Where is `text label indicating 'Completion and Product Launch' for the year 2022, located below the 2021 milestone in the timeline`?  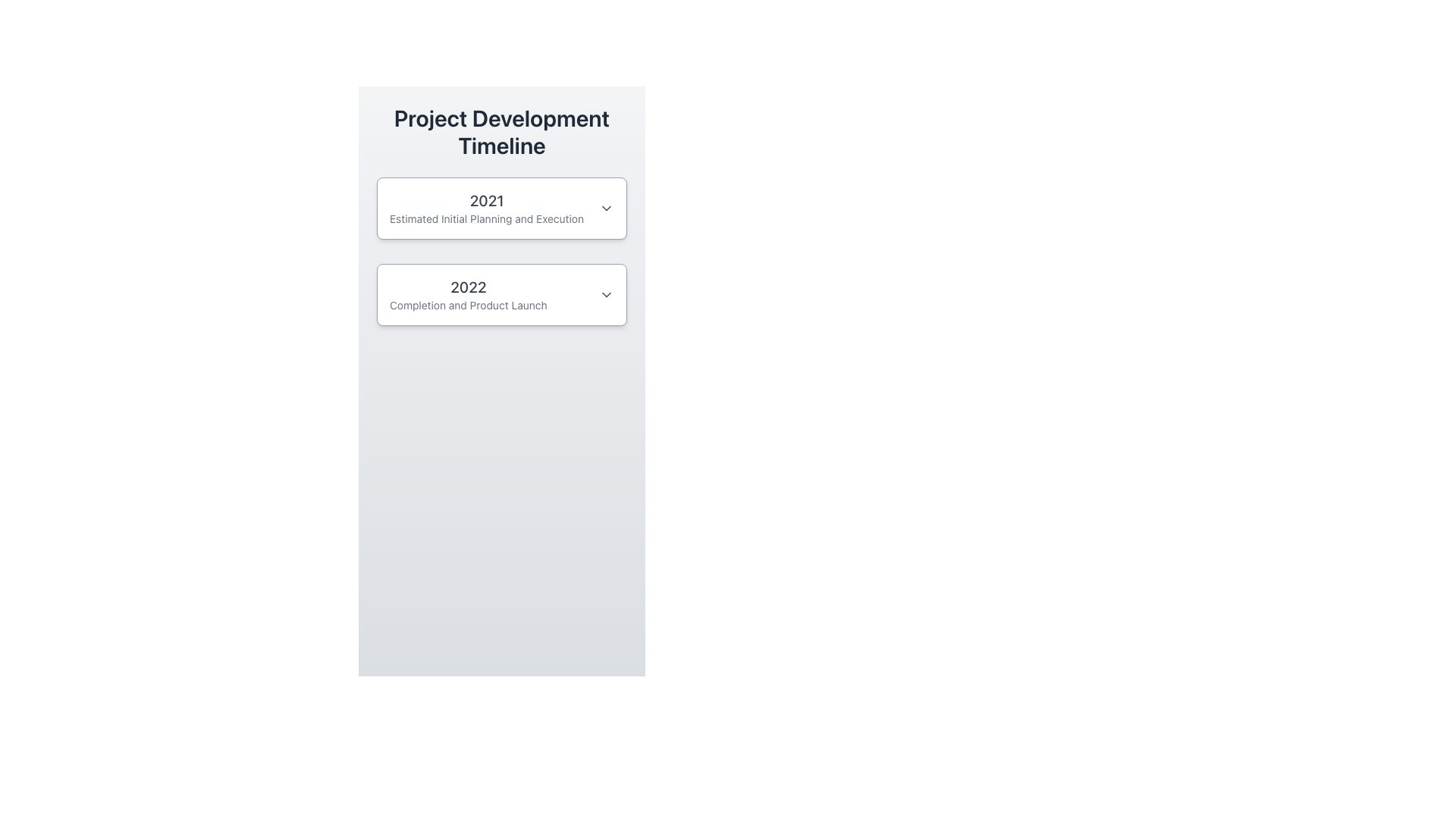 text label indicating 'Completion and Product Launch' for the year 2022, located below the 2021 milestone in the timeline is located at coordinates (467, 295).